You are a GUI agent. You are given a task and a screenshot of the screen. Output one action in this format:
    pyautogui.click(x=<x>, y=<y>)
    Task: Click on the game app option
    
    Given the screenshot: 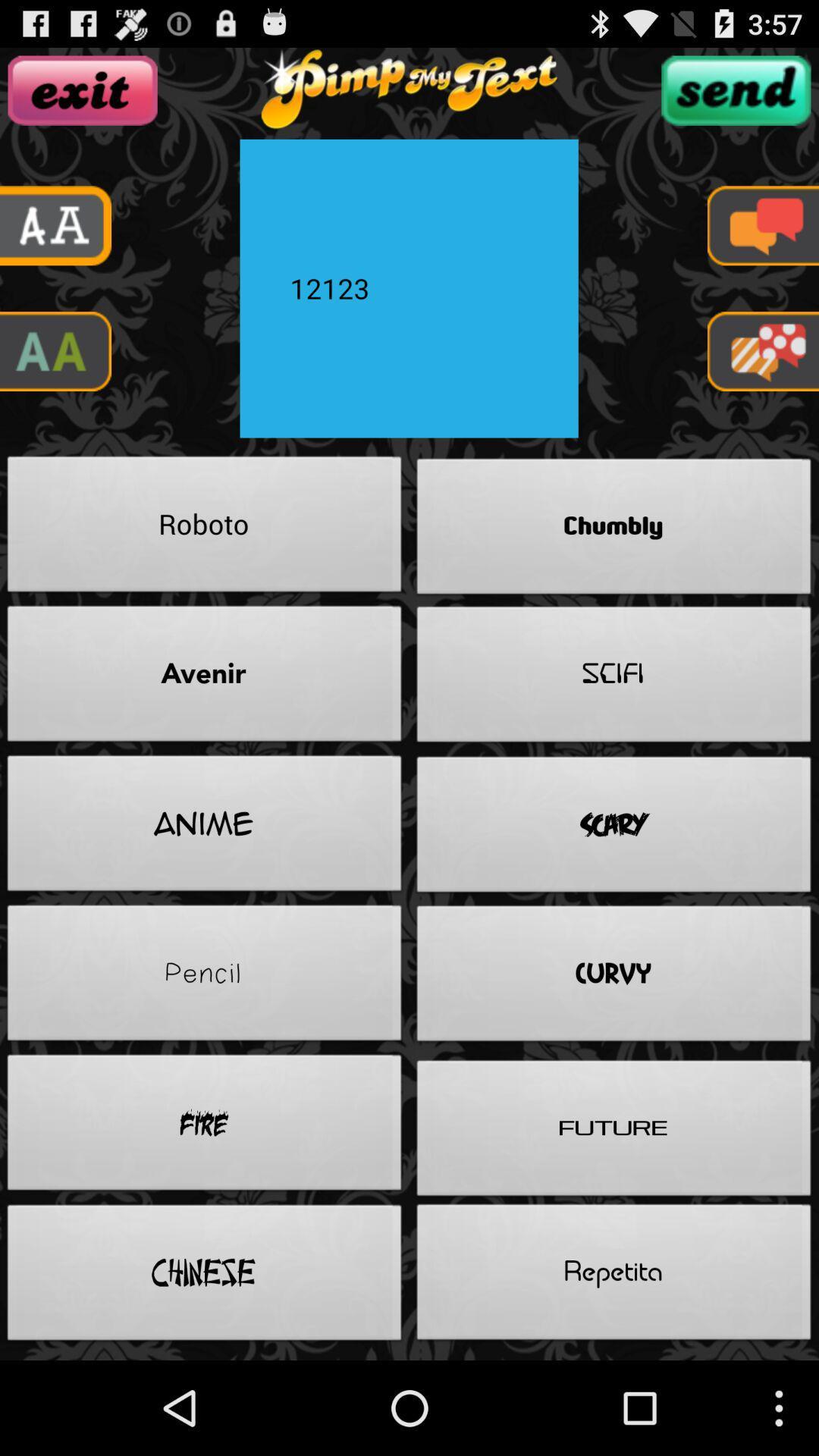 What is the action you would take?
    pyautogui.click(x=763, y=350)
    